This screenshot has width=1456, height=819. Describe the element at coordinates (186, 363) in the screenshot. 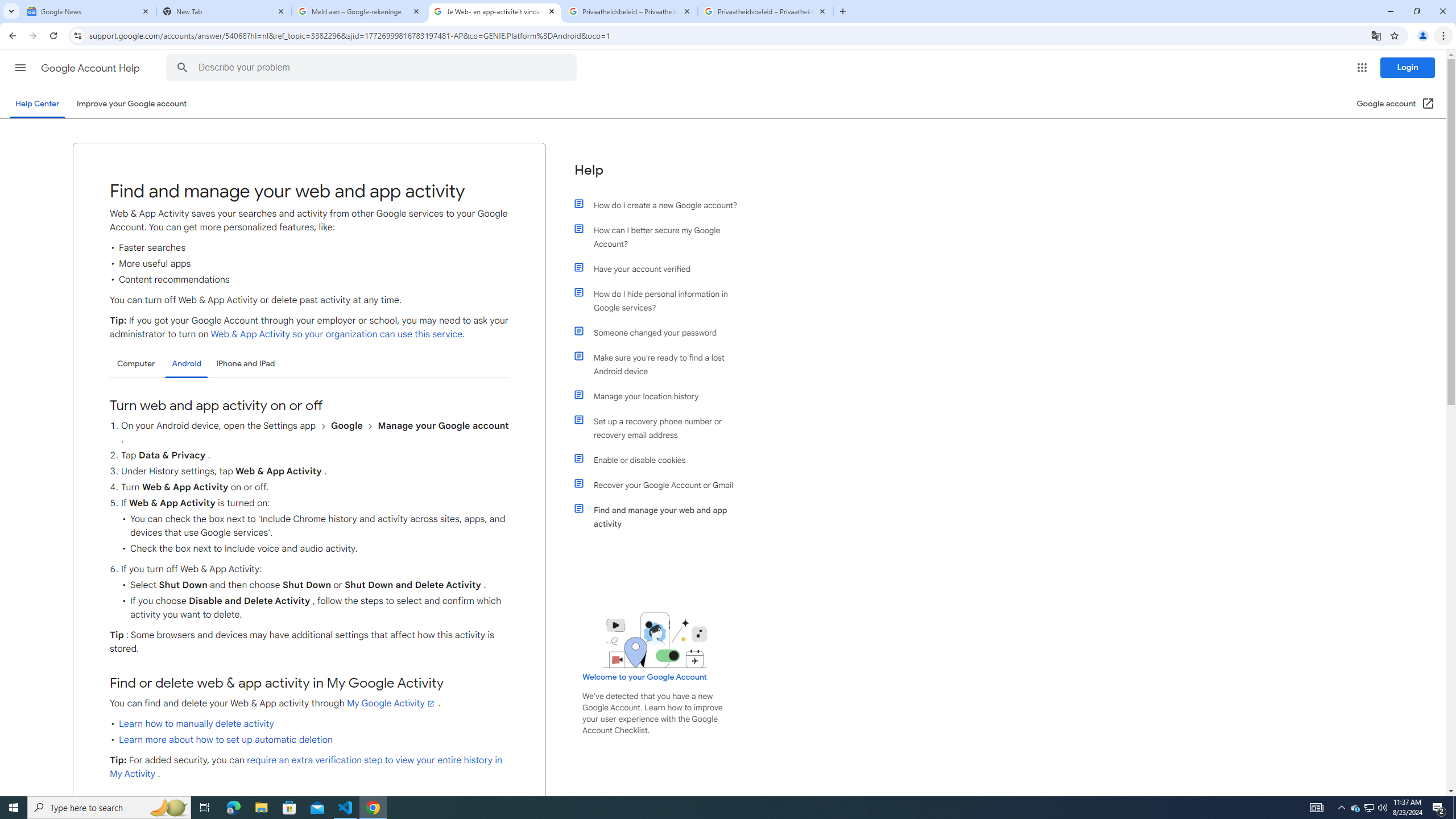

I see `'Android'` at that location.